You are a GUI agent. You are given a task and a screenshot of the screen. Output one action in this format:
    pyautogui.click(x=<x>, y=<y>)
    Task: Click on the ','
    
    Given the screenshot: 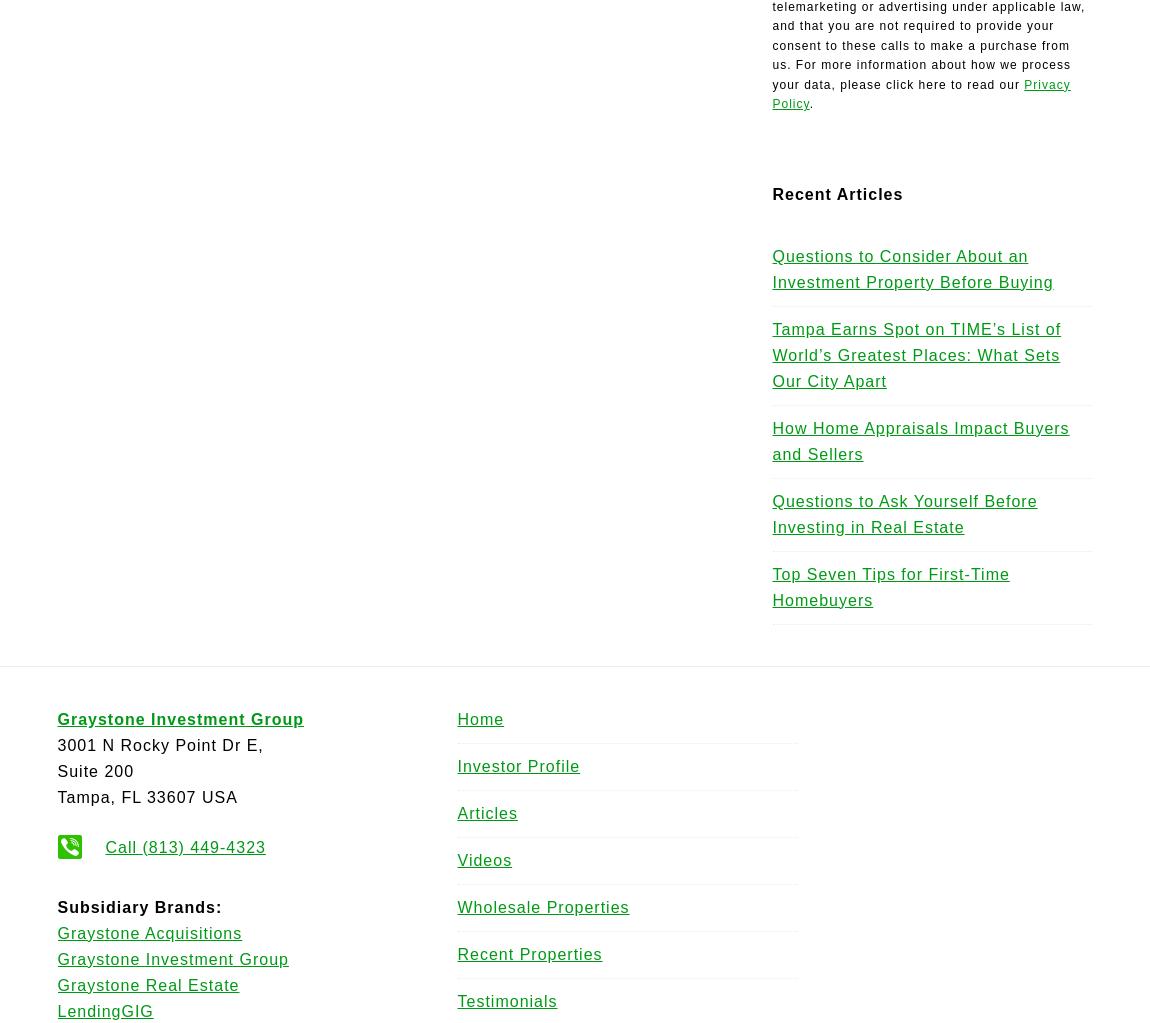 What is the action you would take?
    pyautogui.click(x=114, y=796)
    